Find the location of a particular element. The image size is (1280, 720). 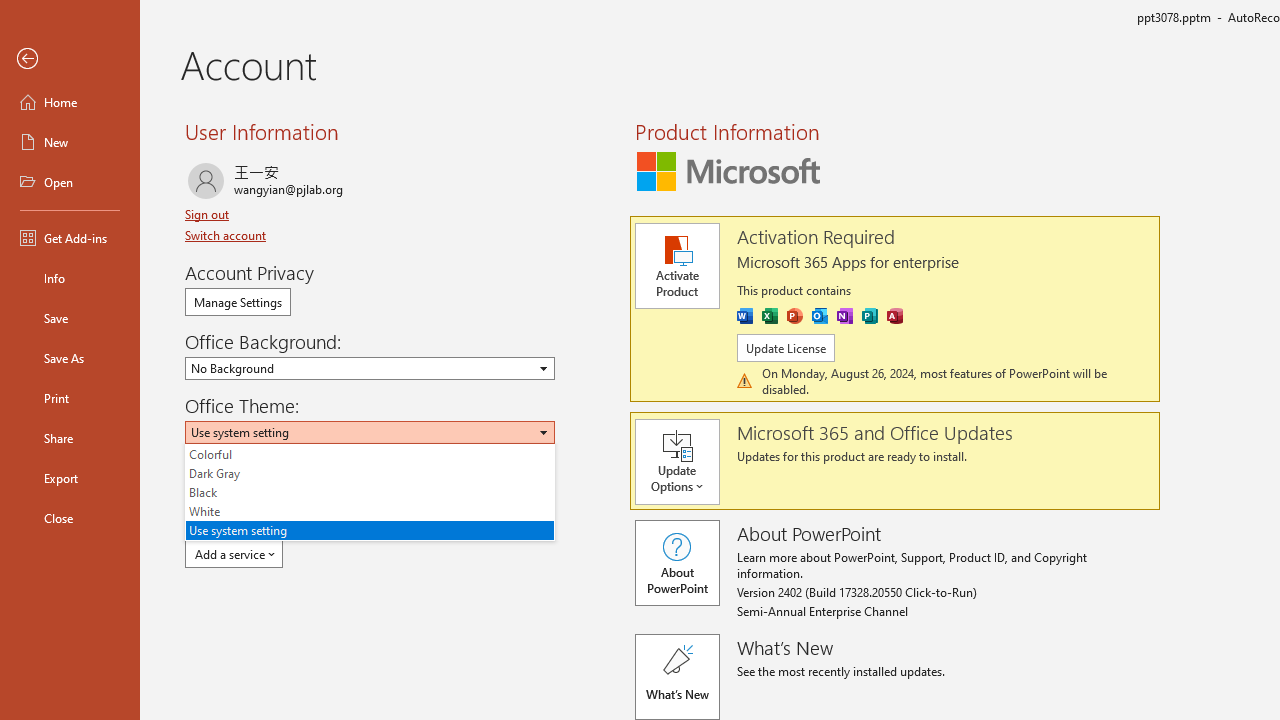

'New' is located at coordinates (69, 140).